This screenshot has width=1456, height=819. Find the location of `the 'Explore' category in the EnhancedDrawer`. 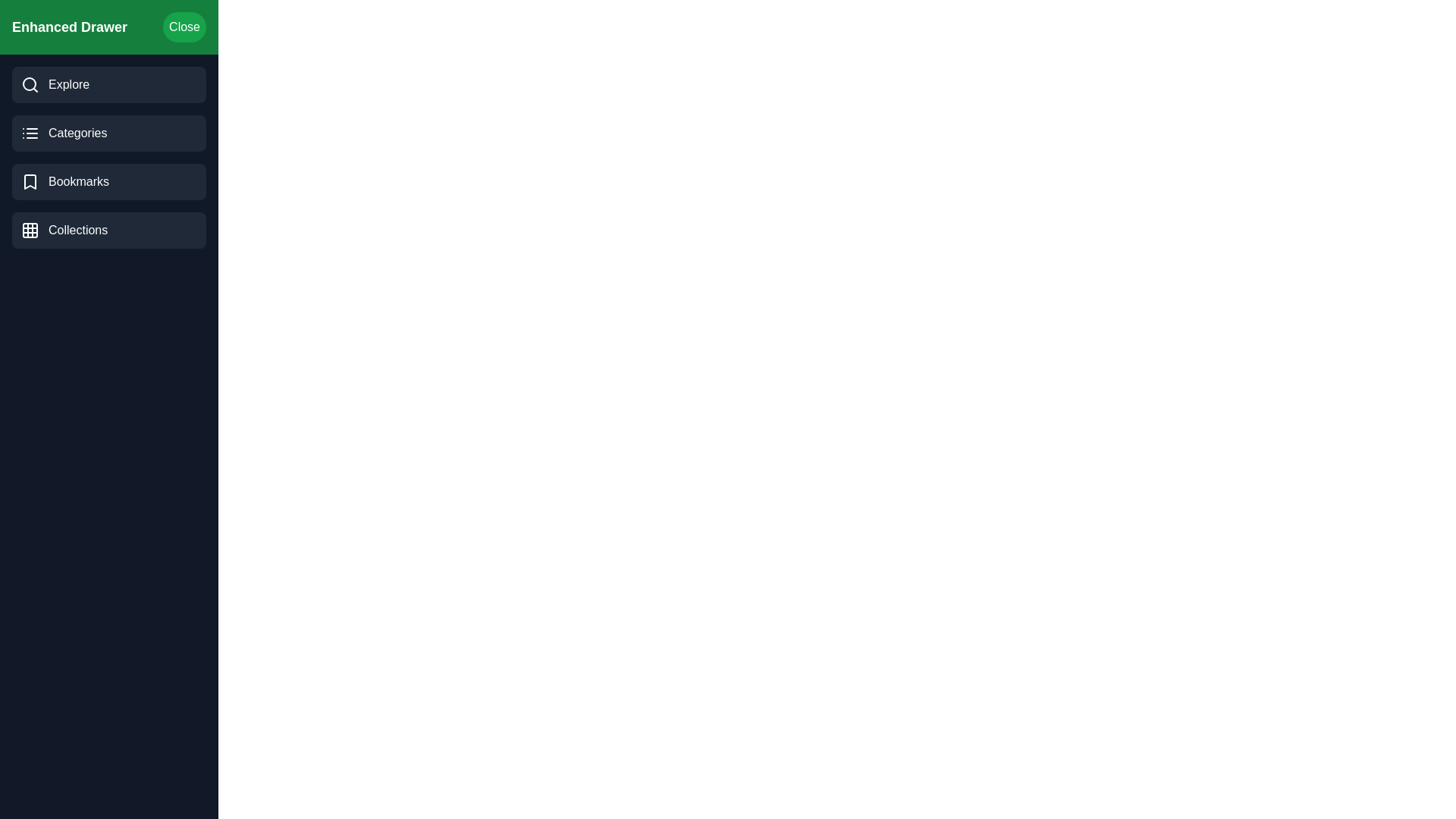

the 'Explore' category in the EnhancedDrawer is located at coordinates (108, 84).